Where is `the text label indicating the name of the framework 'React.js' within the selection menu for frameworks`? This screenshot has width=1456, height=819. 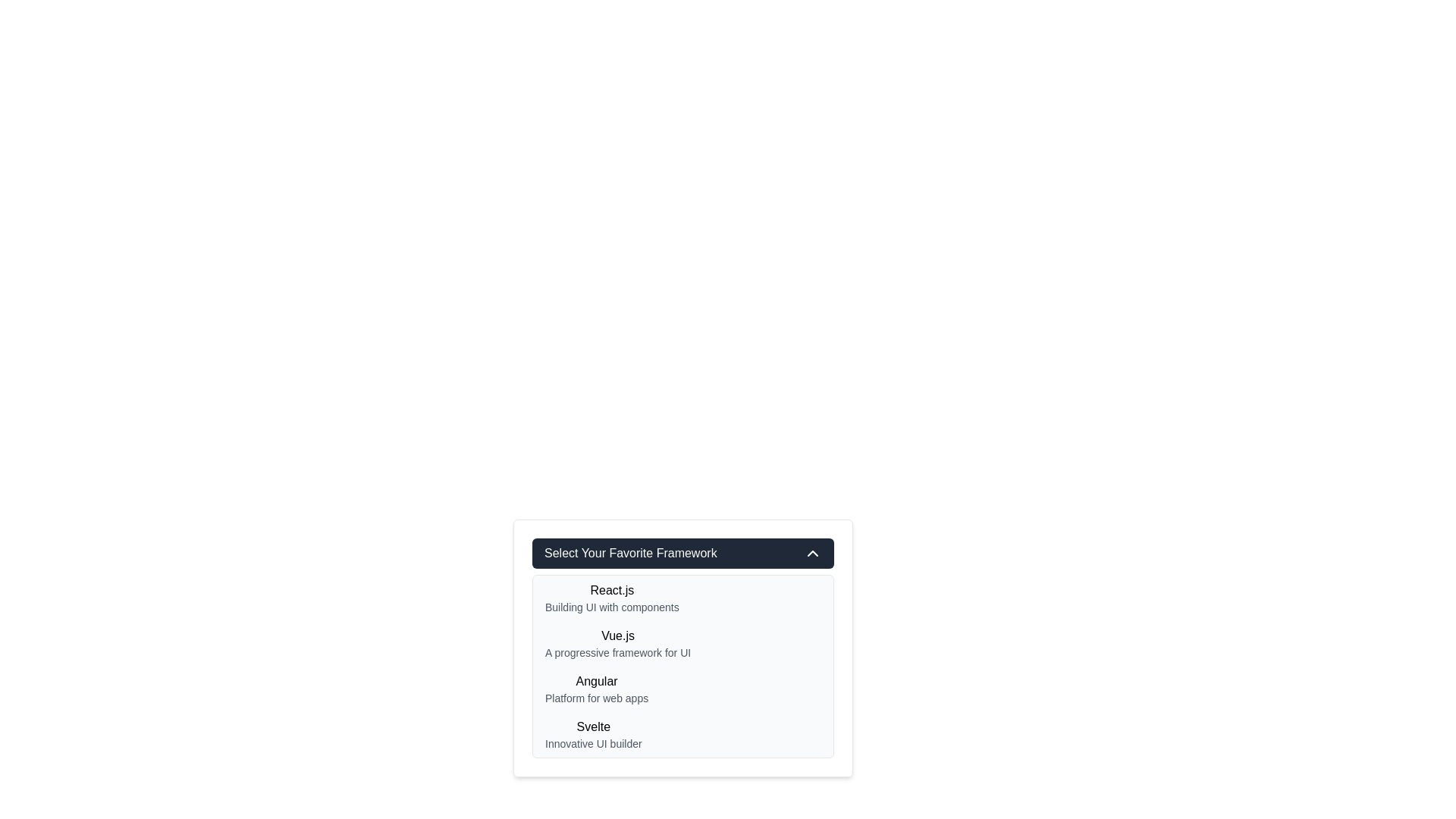 the text label indicating the name of the framework 'React.js' within the selection menu for frameworks is located at coordinates (612, 590).